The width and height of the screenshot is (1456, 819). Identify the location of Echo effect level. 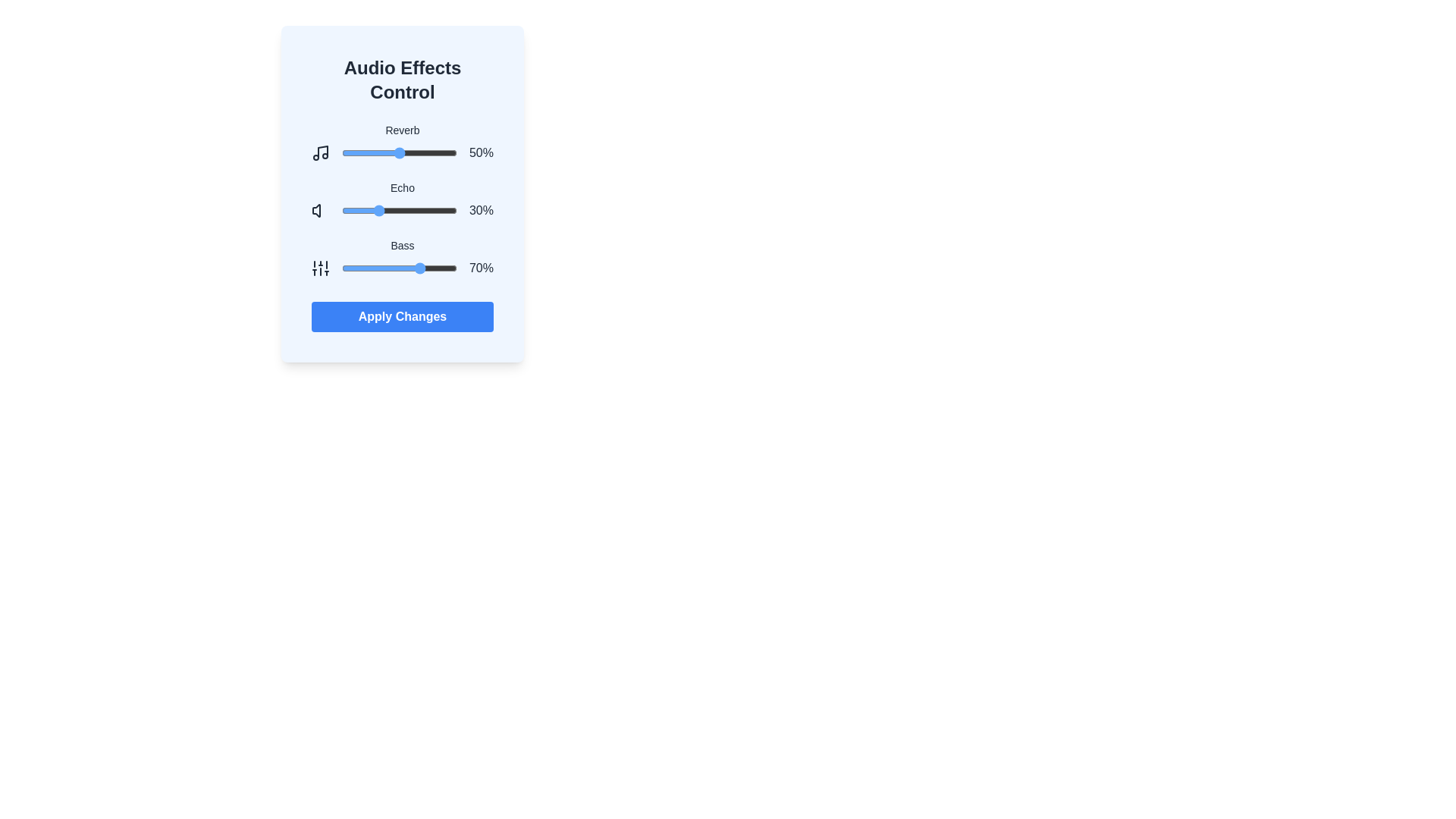
(376, 210).